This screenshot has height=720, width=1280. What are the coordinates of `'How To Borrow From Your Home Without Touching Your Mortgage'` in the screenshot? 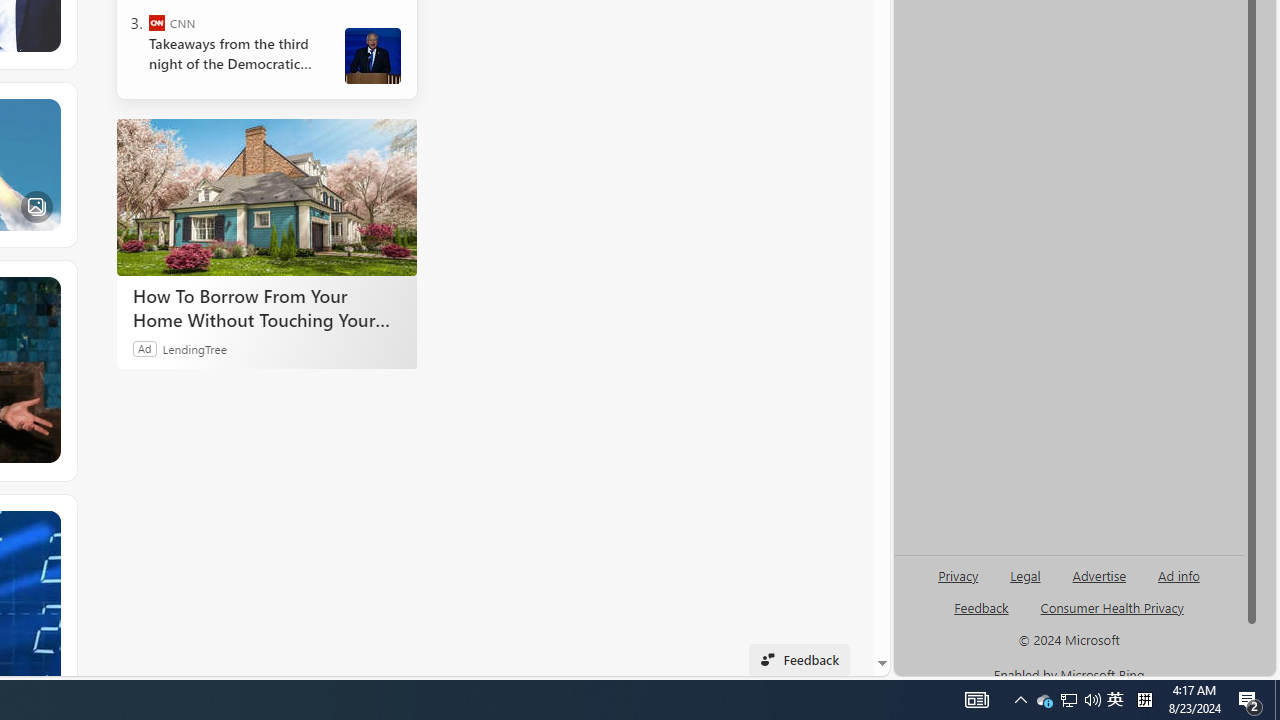 It's located at (265, 197).